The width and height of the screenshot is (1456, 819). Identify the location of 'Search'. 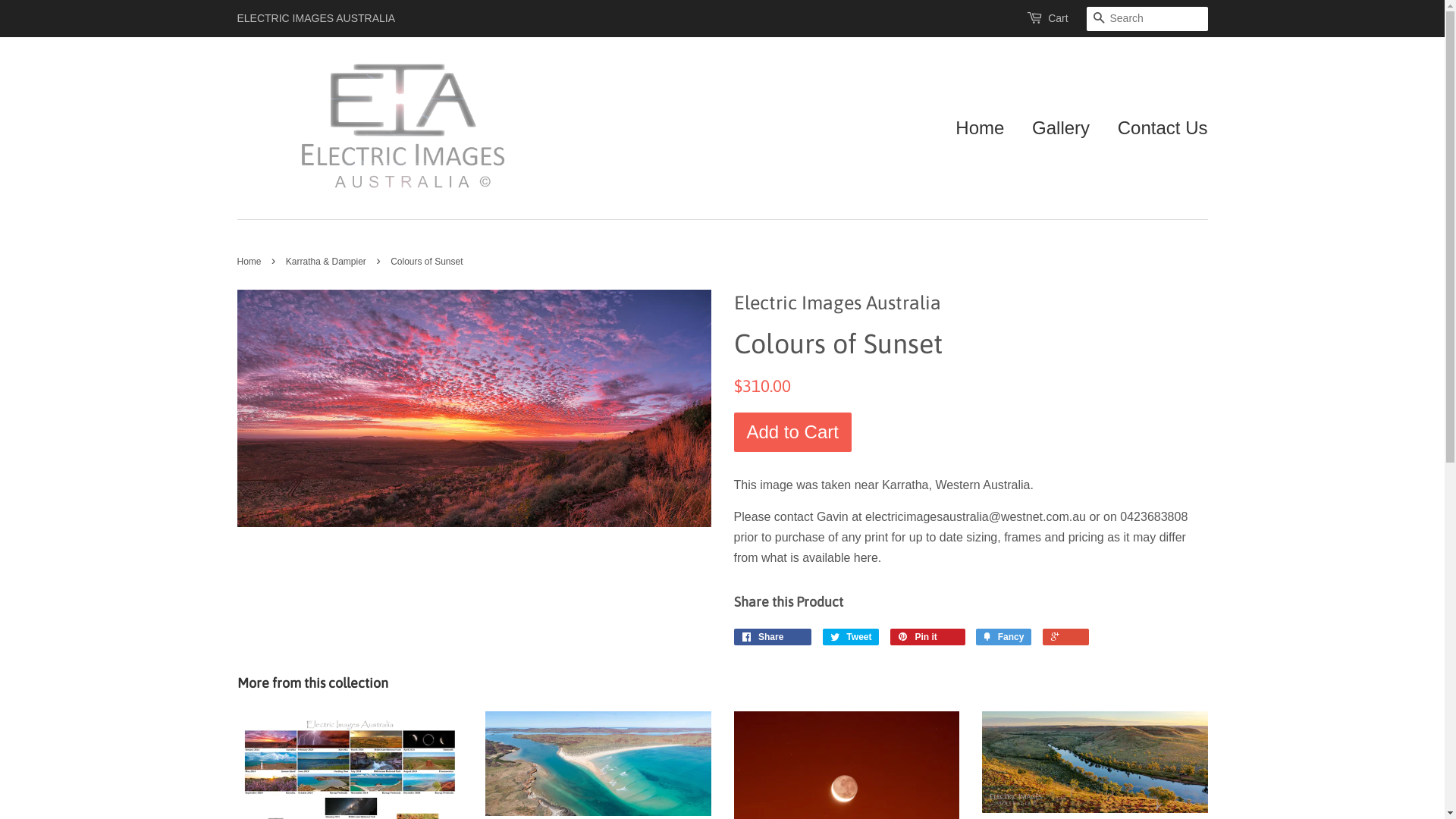
(1084, 19).